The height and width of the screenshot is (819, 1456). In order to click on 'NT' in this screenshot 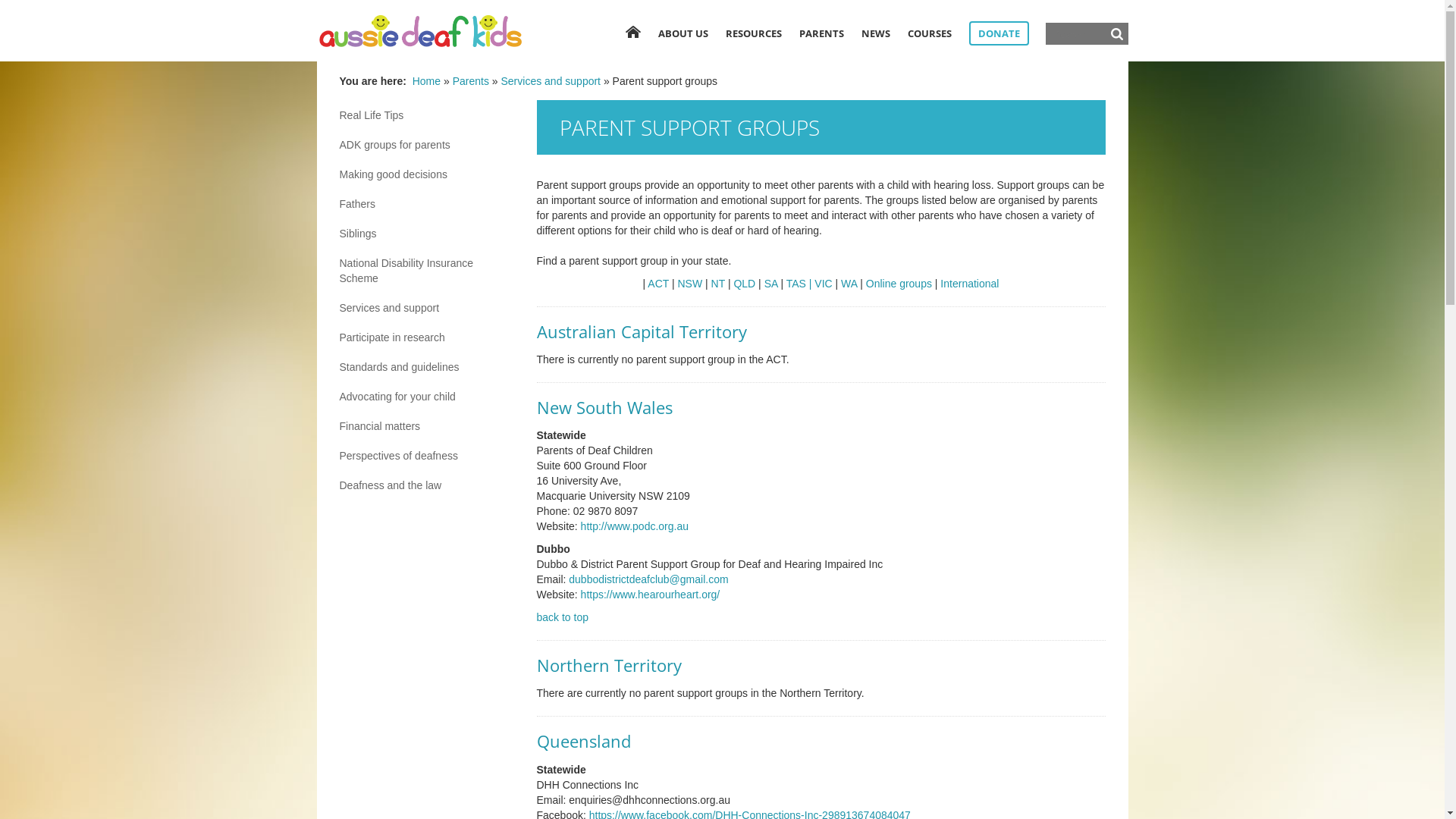, I will do `click(717, 284)`.